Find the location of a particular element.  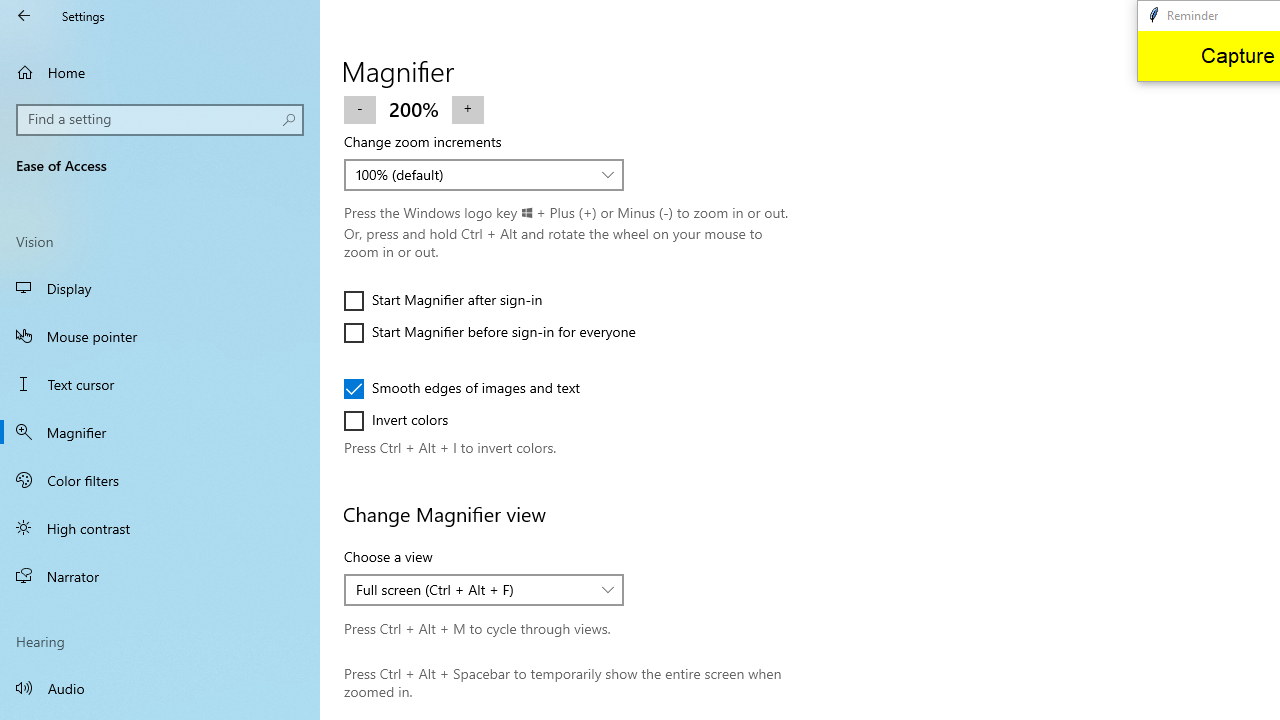

'Full screen (Ctrl + Alt + F)' is located at coordinates (472, 588).